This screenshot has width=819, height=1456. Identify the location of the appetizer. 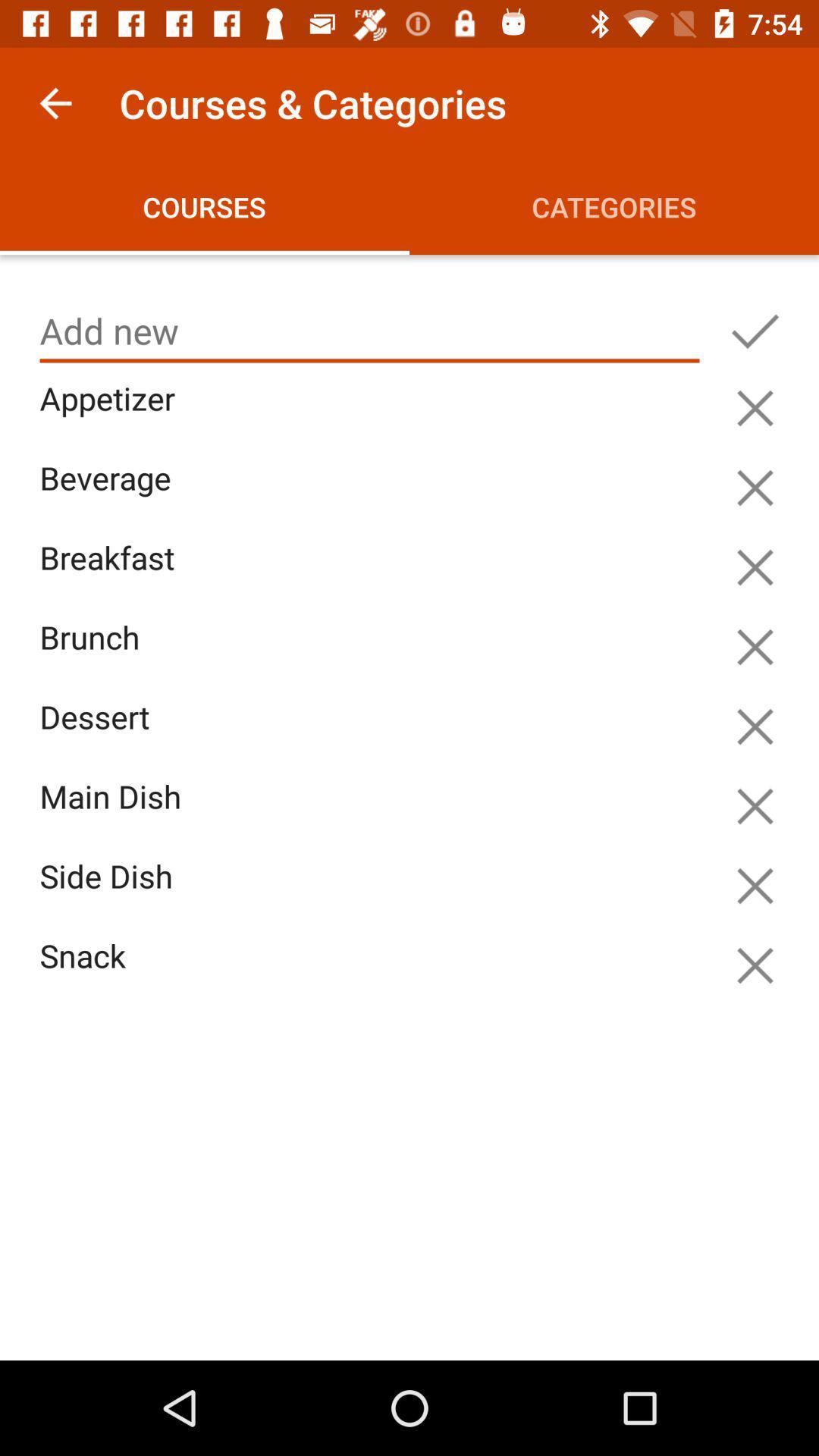
(373, 416).